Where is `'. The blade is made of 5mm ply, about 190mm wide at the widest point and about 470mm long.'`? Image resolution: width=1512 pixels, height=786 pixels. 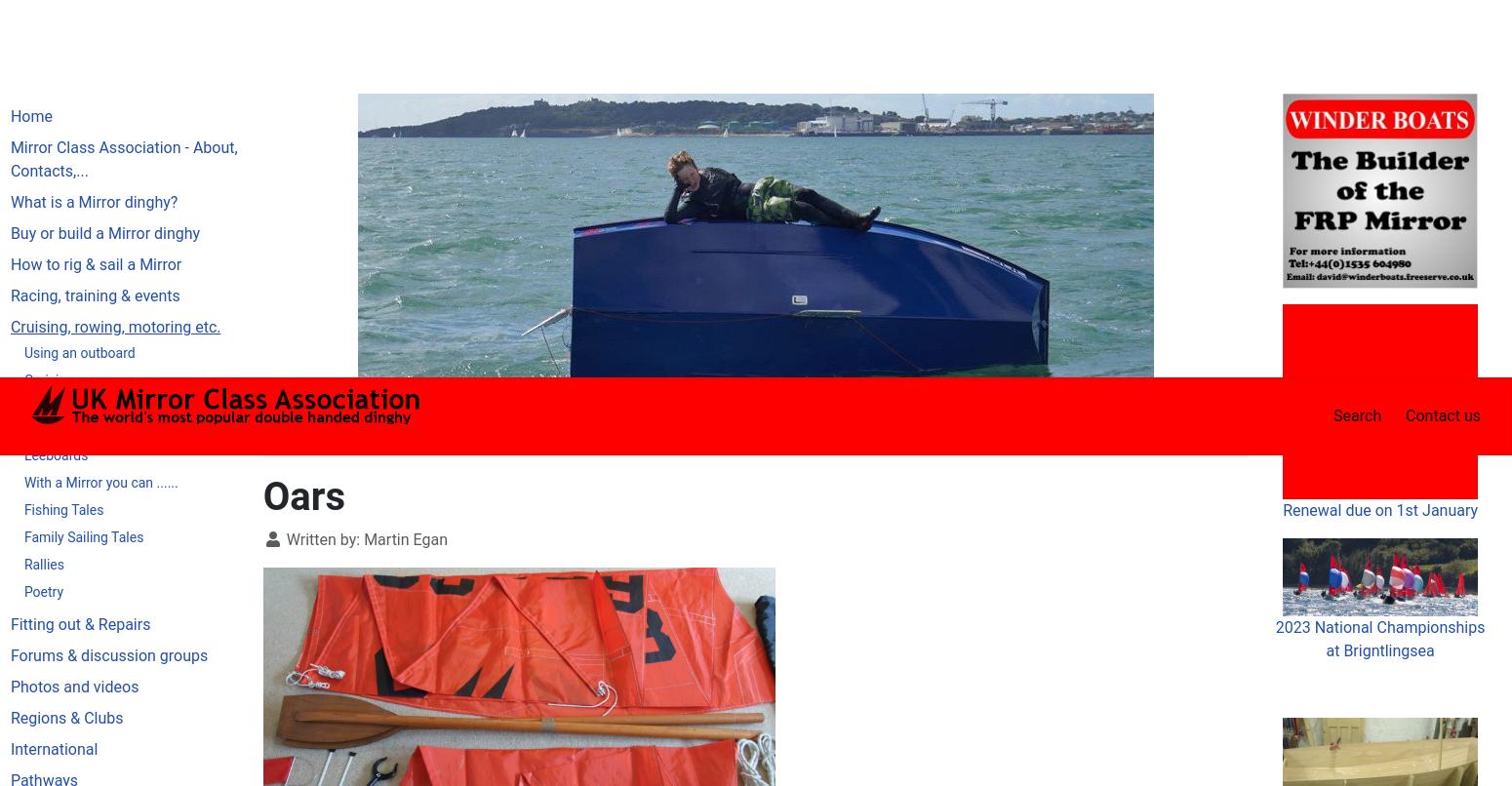 '. The blade is made of 5mm ply, about 190mm wide at the widest point and about 470mm long.' is located at coordinates (755, 721).